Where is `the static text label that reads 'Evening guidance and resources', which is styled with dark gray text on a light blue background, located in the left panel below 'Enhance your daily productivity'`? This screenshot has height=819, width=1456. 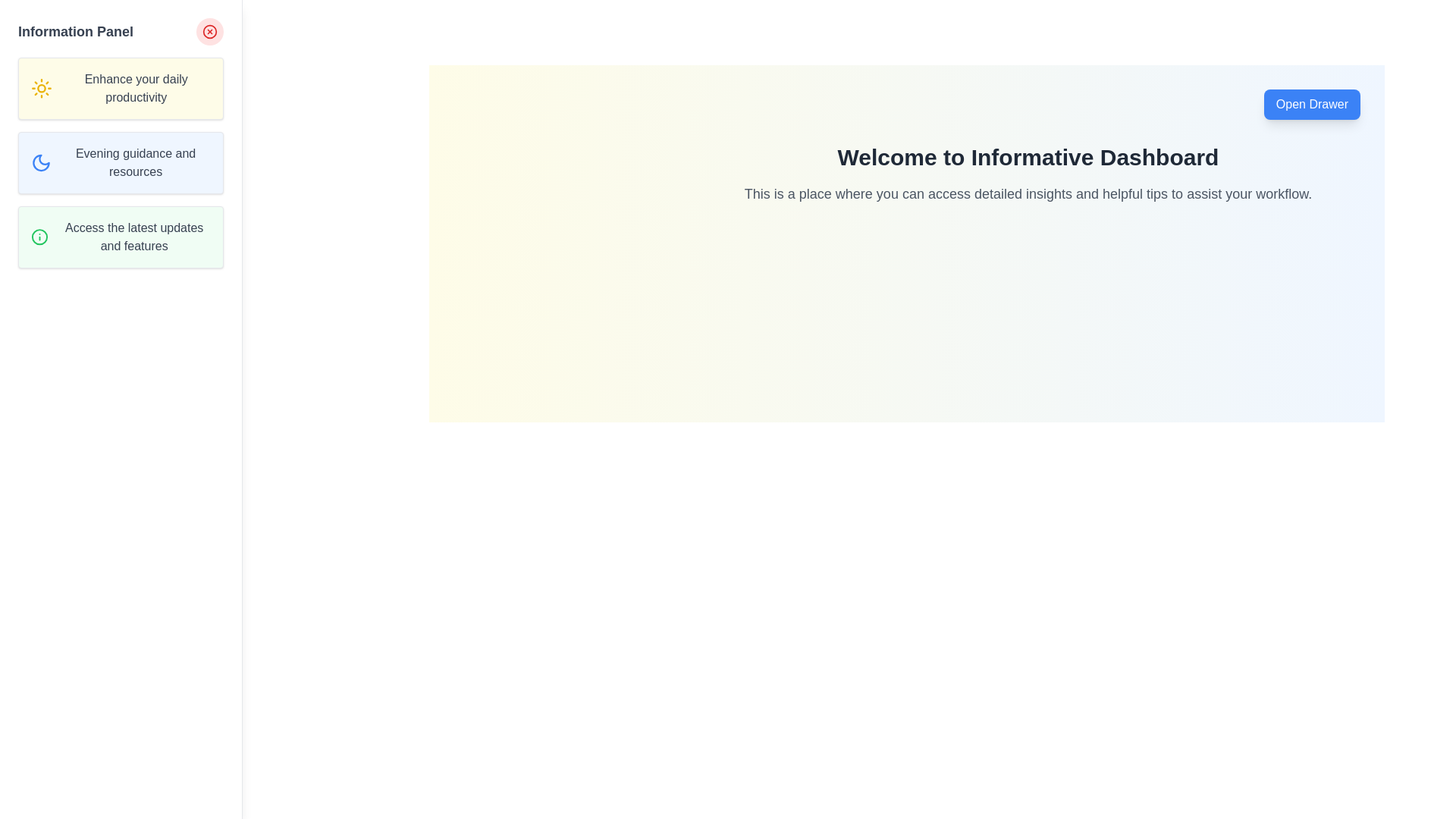
the static text label that reads 'Evening guidance and resources', which is styled with dark gray text on a light blue background, located in the left panel below 'Enhance your daily productivity' is located at coordinates (136, 163).